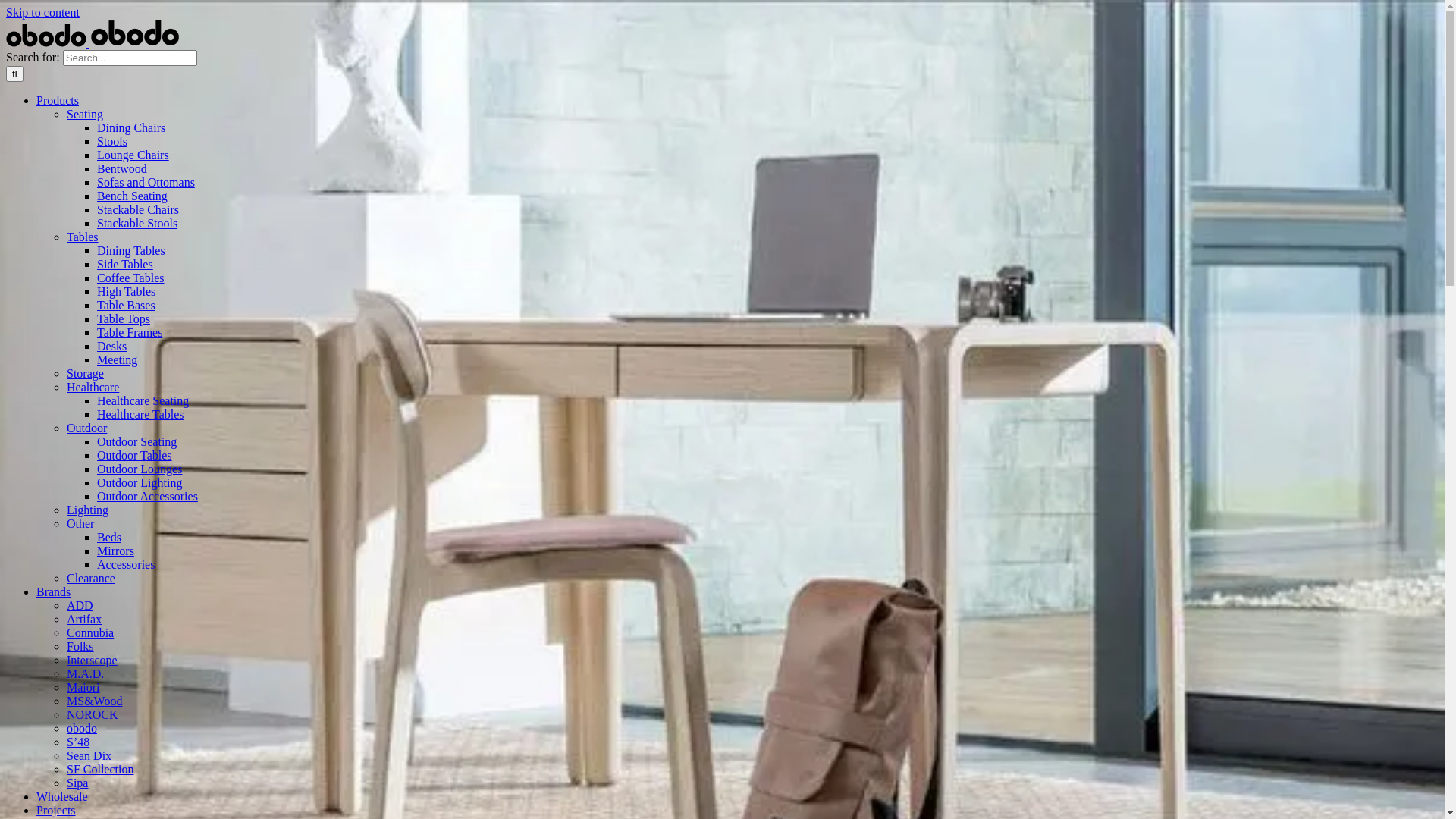 The width and height of the screenshot is (1456, 819). I want to click on 'Healthcare Tables', so click(140, 414).